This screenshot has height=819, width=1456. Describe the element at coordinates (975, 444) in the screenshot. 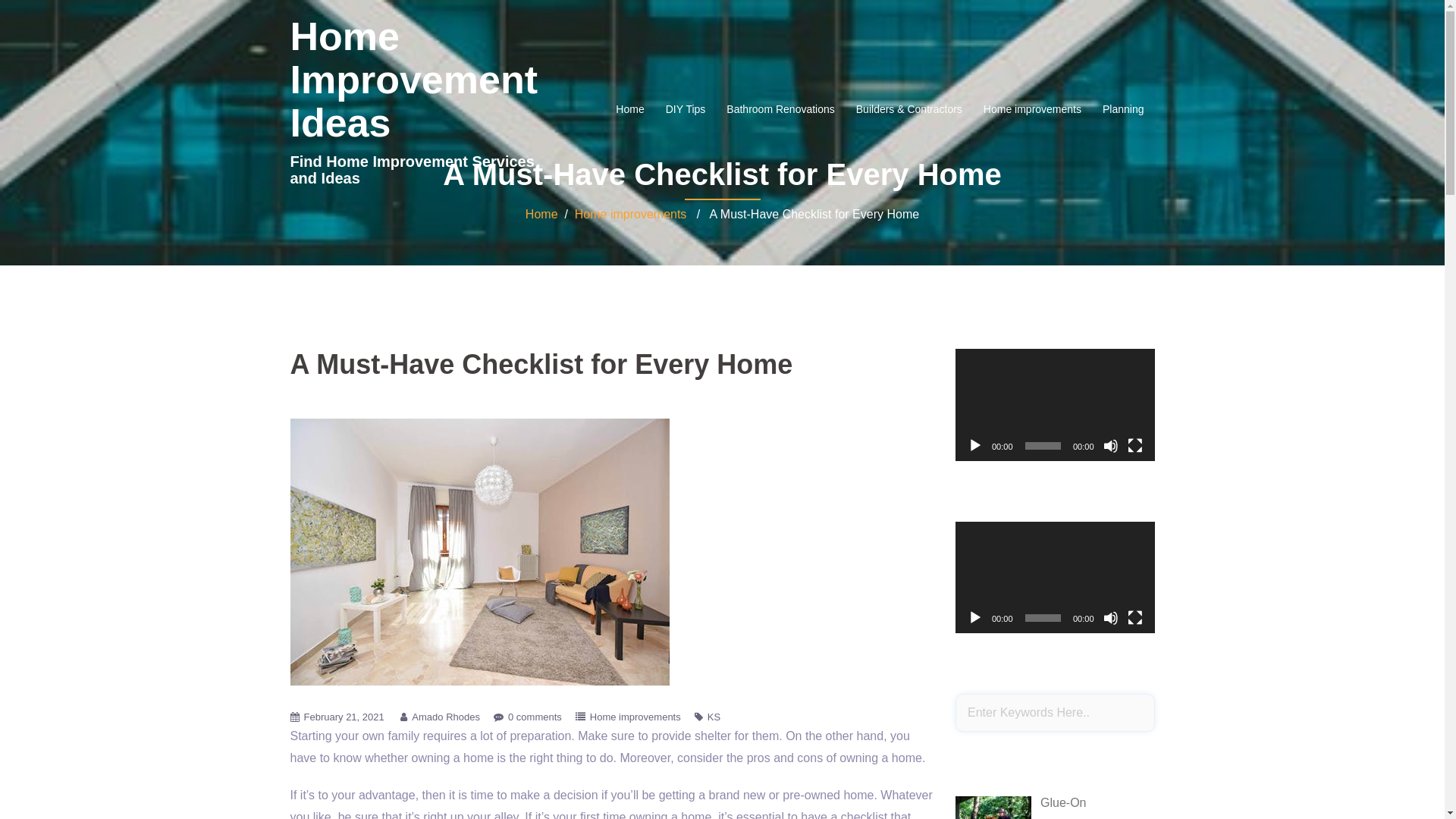

I see `'Play'` at that location.